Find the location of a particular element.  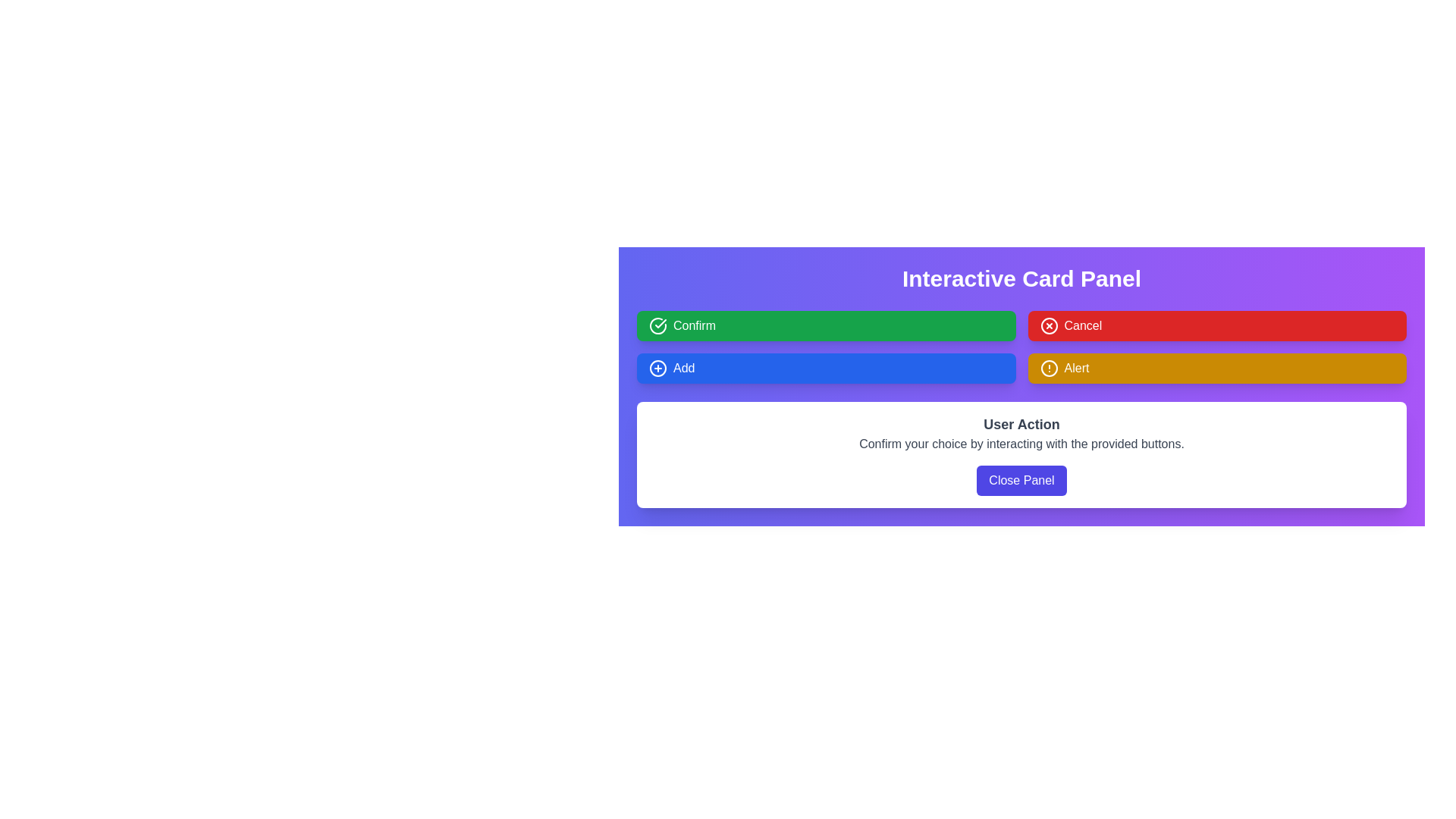

the plus sign icon, which is an SVG graphic enclosed in a circle is located at coordinates (658, 369).